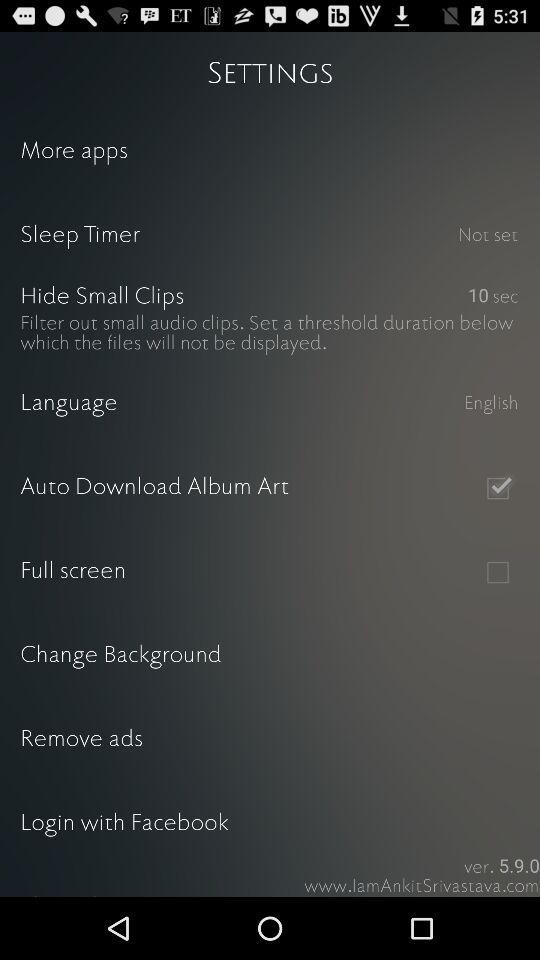 This screenshot has height=960, width=540. Describe the element at coordinates (270, 880) in the screenshot. I see `share the app item` at that location.